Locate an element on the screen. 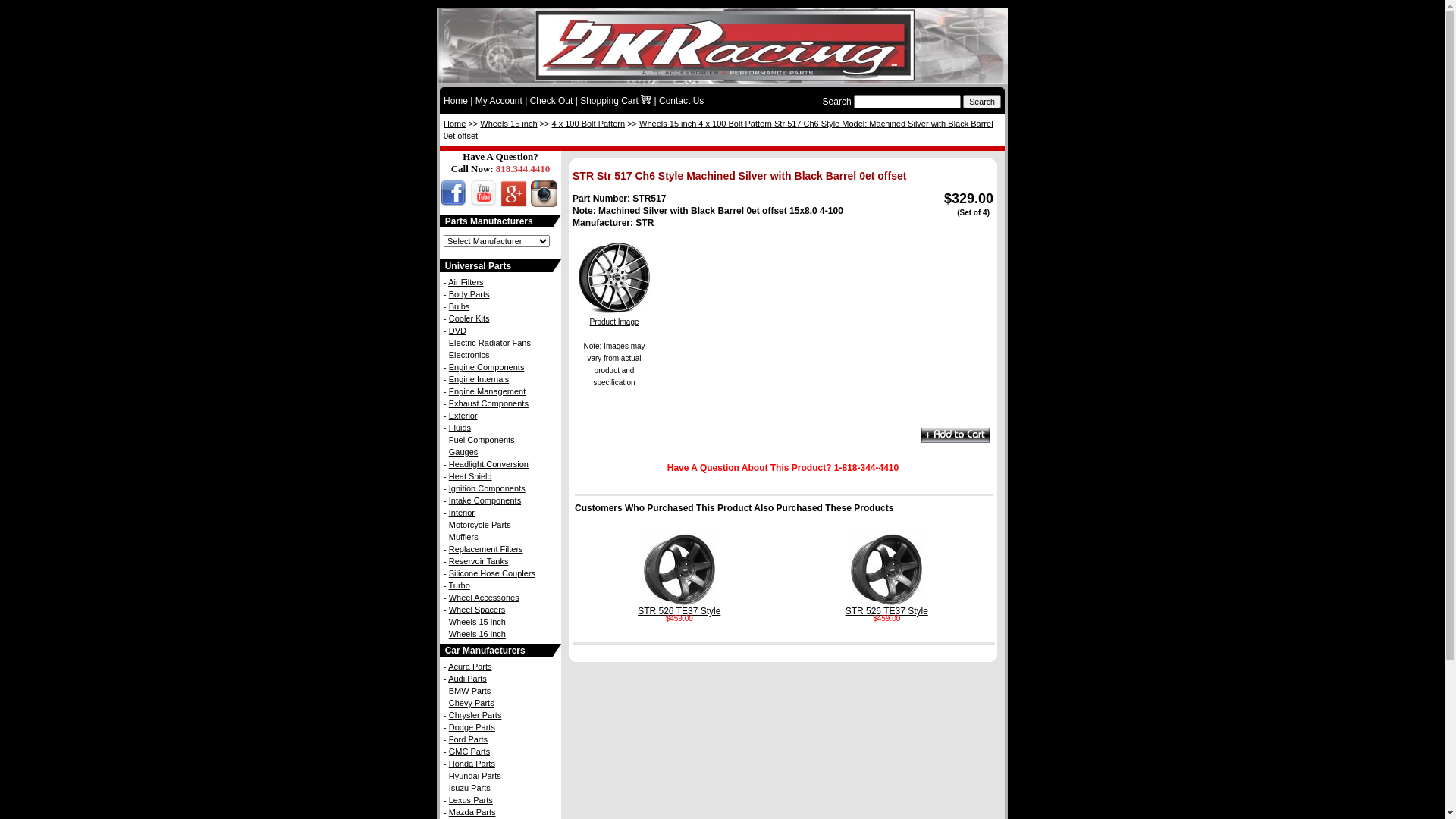 This screenshot has width=1456, height=819. 'Ignition Components' is located at coordinates (487, 488).